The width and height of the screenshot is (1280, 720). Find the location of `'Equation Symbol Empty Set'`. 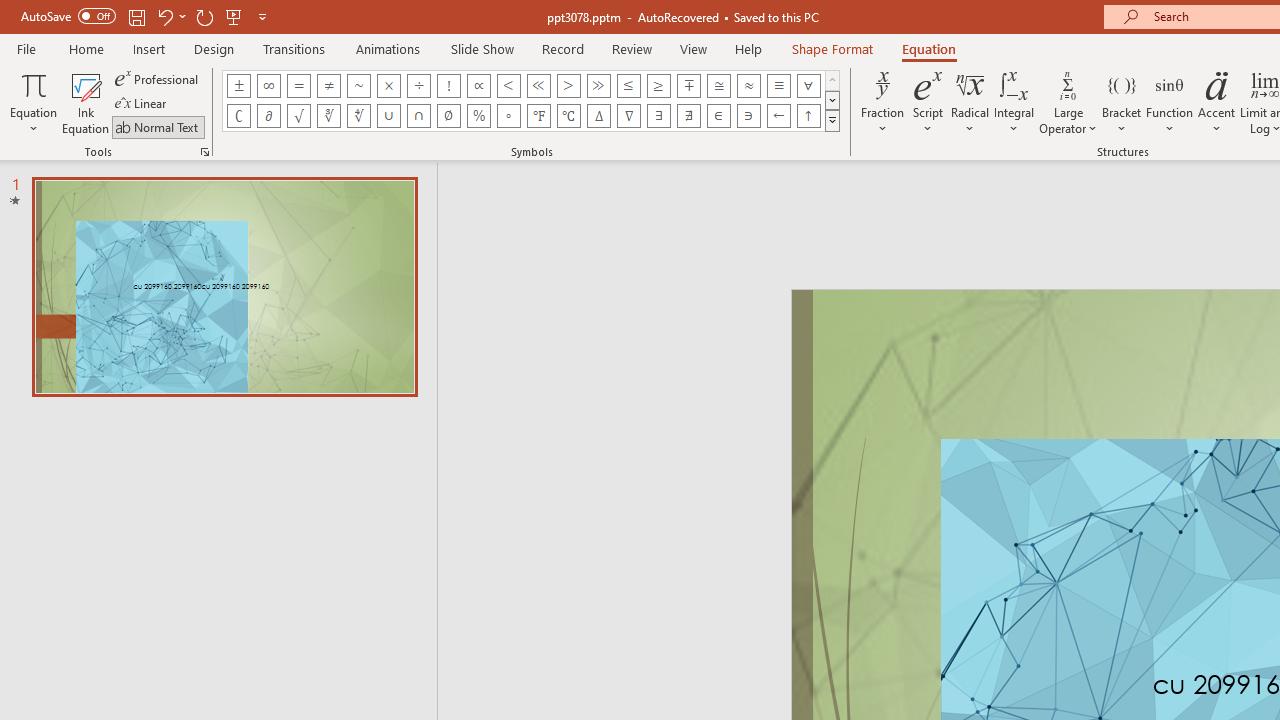

'Equation Symbol Empty Set' is located at coordinates (447, 115).